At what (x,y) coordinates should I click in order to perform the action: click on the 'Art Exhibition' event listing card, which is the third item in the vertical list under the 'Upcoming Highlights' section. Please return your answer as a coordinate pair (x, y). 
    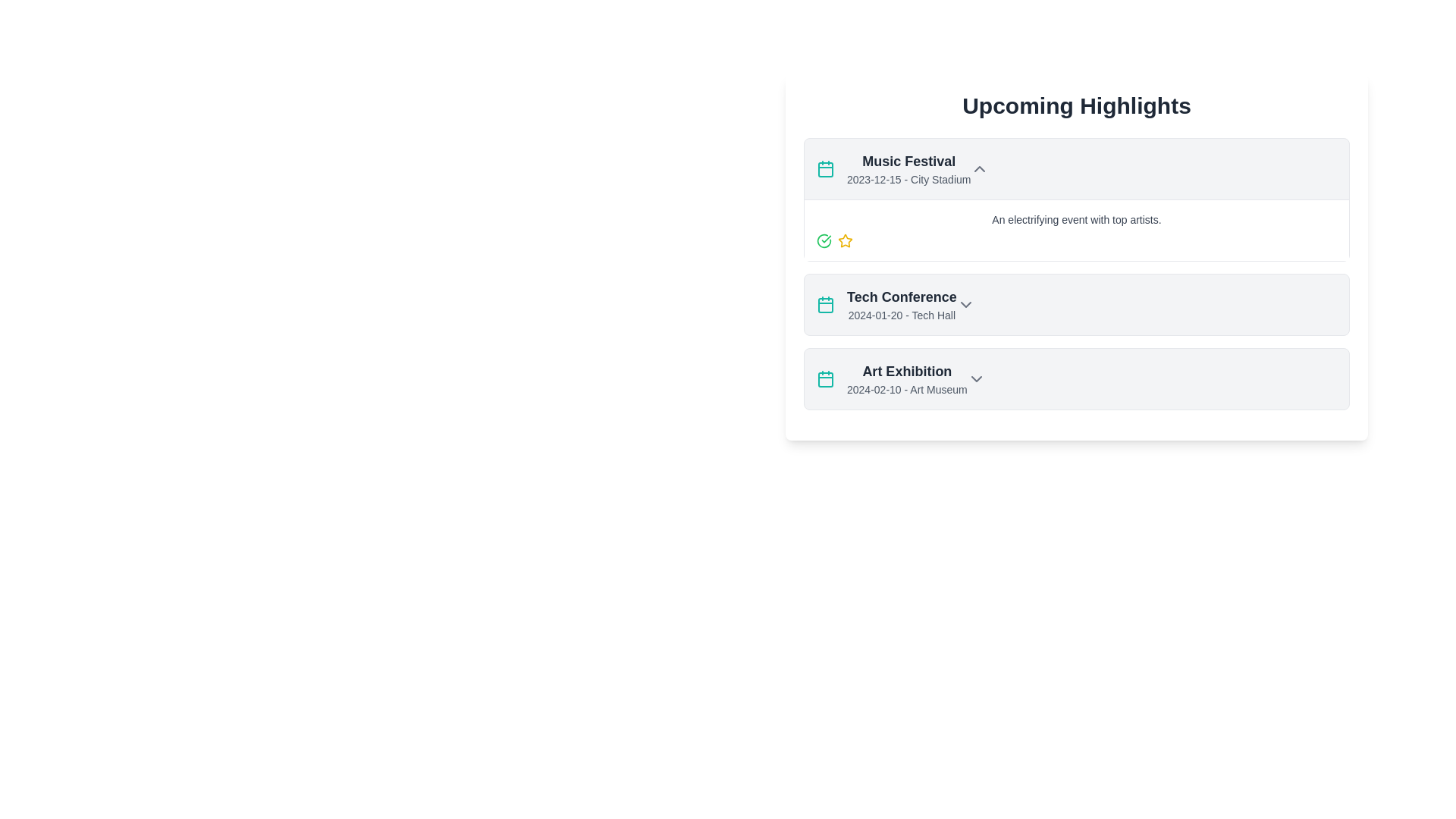
    Looking at the image, I should click on (1076, 378).